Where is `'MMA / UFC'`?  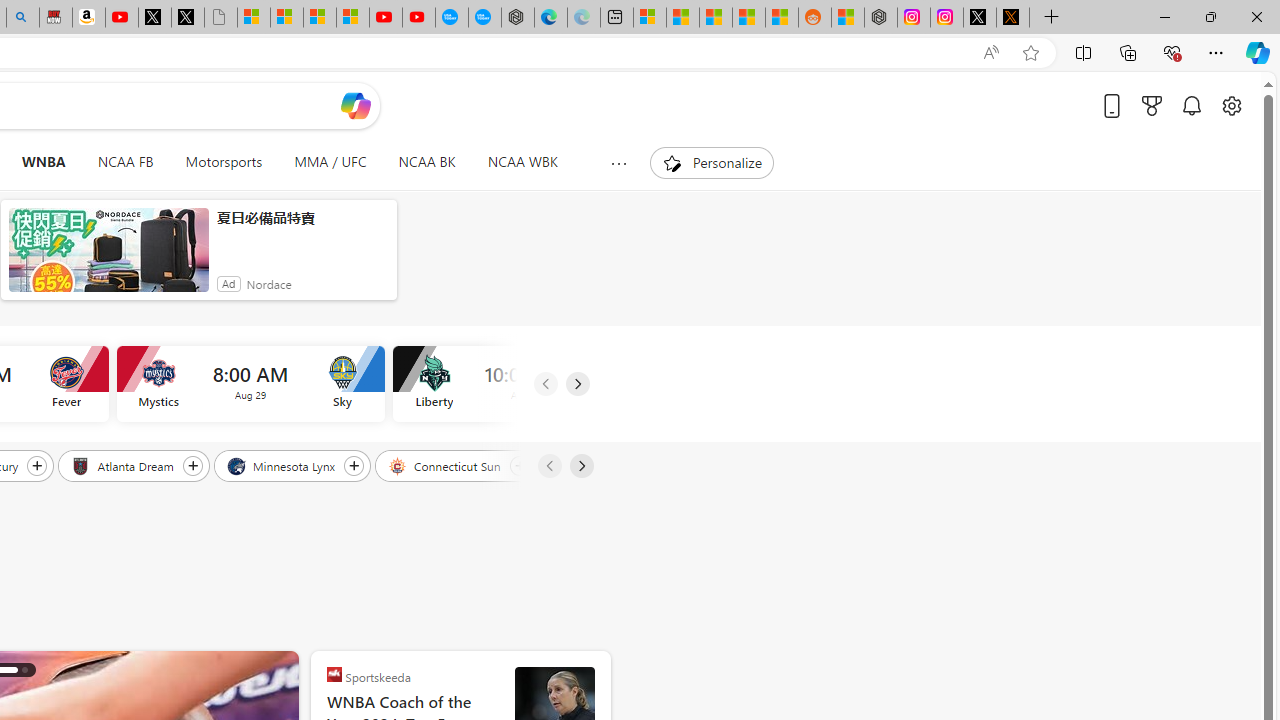
'MMA / UFC' is located at coordinates (330, 162).